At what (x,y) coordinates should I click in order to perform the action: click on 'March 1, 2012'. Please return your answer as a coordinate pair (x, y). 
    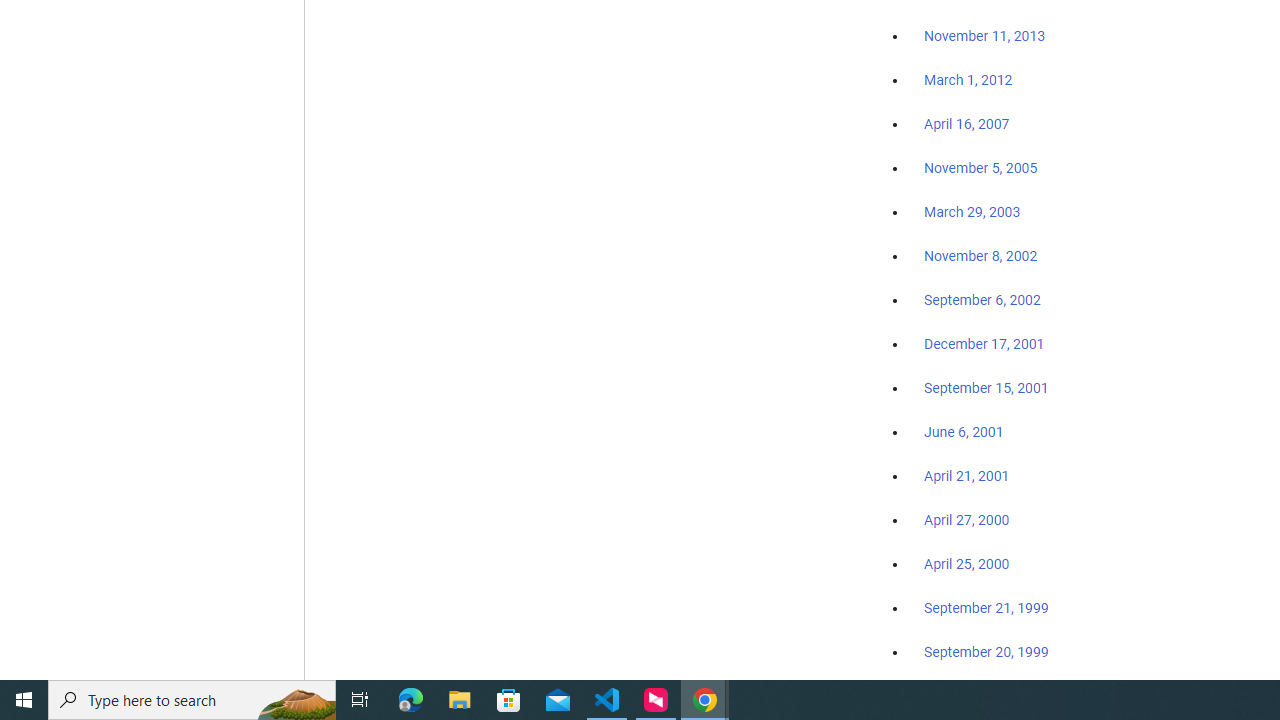
    Looking at the image, I should click on (968, 80).